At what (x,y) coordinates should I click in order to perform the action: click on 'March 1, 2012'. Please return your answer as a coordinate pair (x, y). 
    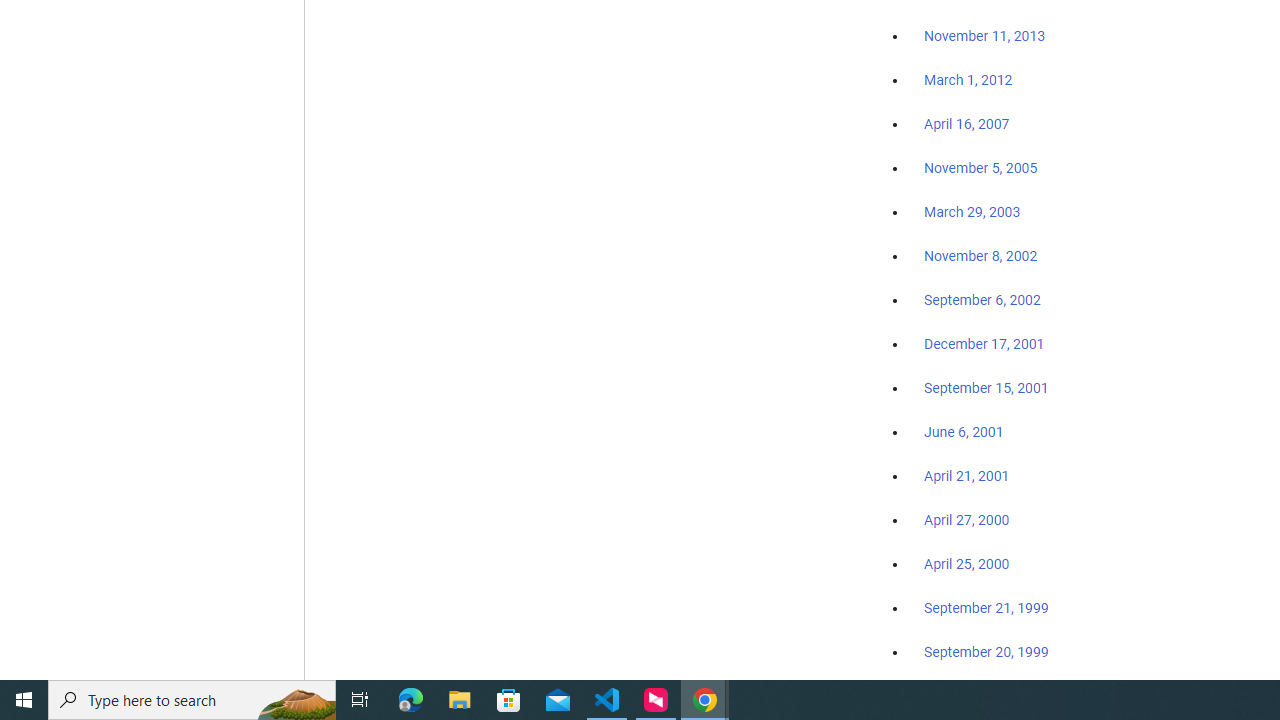
    Looking at the image, I should click on (968, 80).